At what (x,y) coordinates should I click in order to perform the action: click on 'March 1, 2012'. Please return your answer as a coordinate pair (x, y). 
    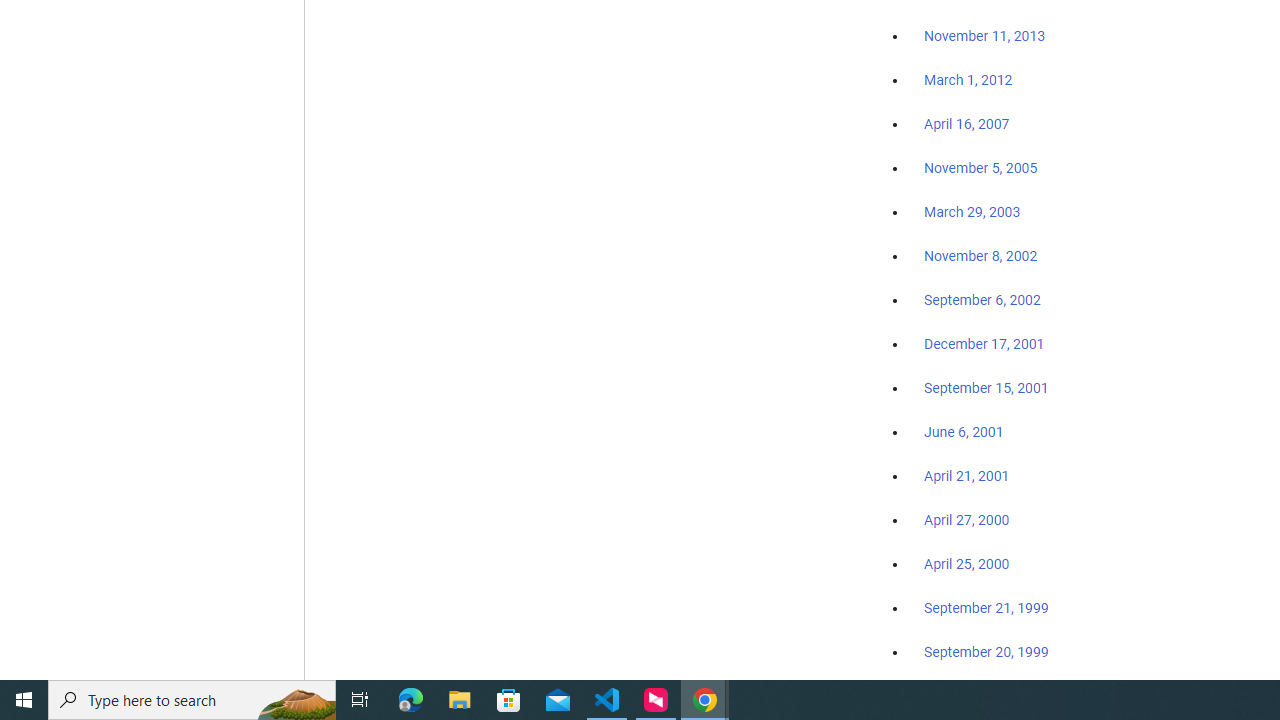
    Looking at the image, I should click on (968, 80).